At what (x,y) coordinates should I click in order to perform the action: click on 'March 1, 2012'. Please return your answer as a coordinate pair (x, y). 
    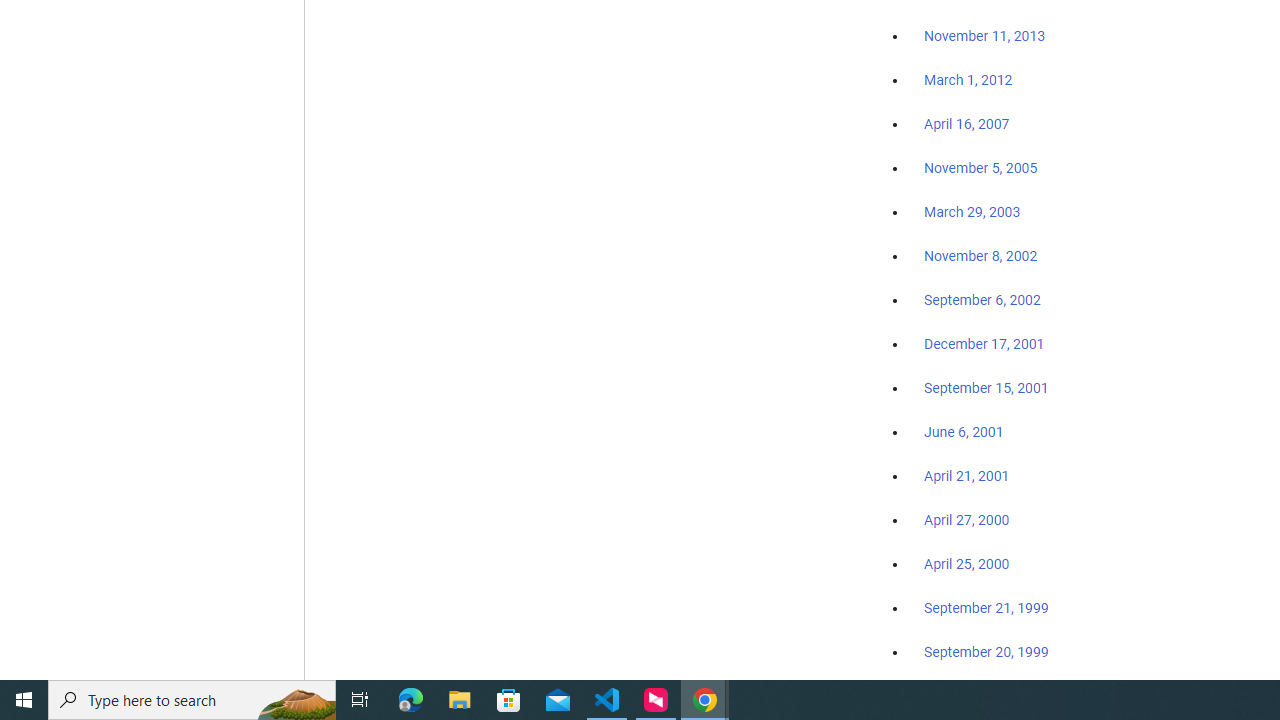
    Looking at the image, I should click on (968, 80).